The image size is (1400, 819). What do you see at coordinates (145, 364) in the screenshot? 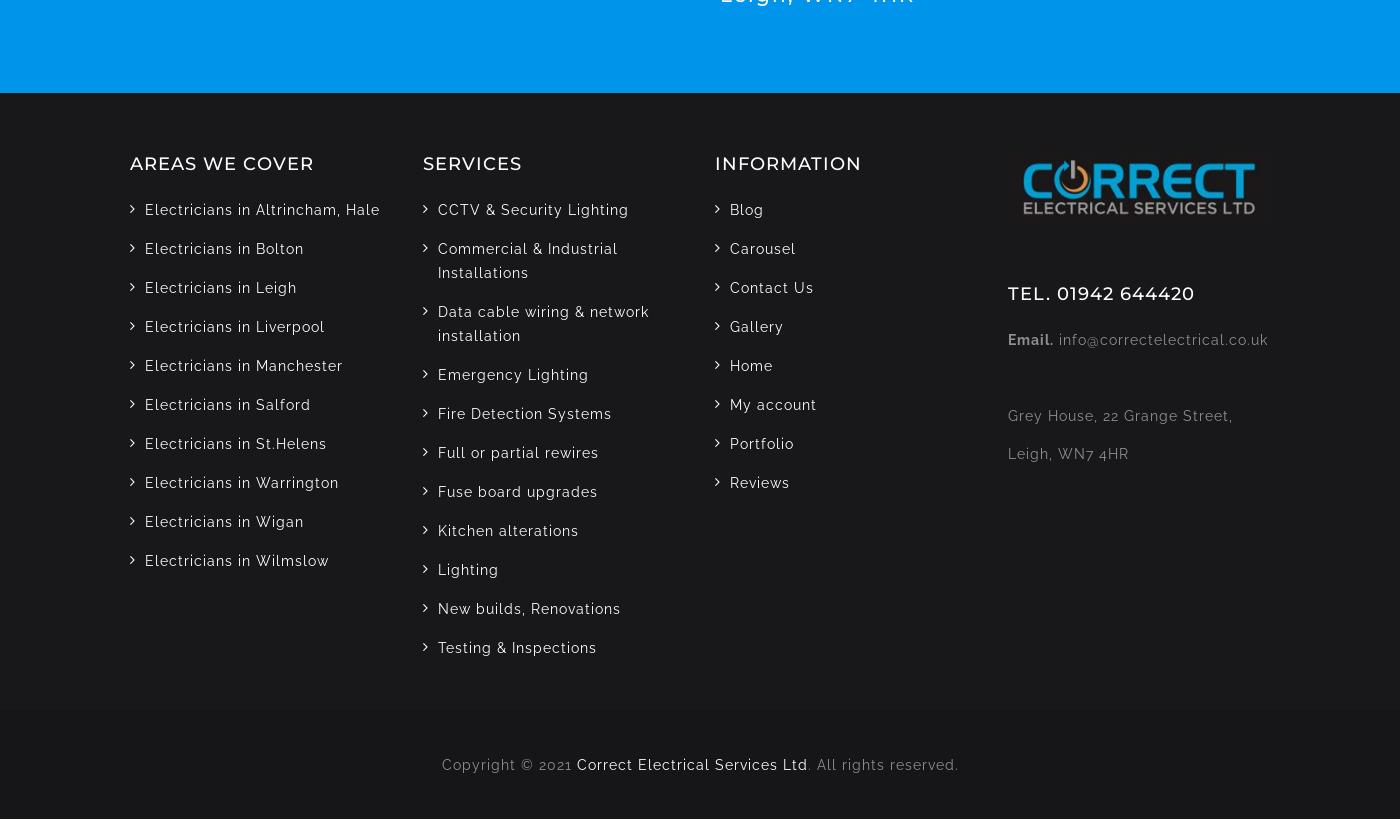
I see `'Electricians in Manchester'` at bounding box center [145, 364].